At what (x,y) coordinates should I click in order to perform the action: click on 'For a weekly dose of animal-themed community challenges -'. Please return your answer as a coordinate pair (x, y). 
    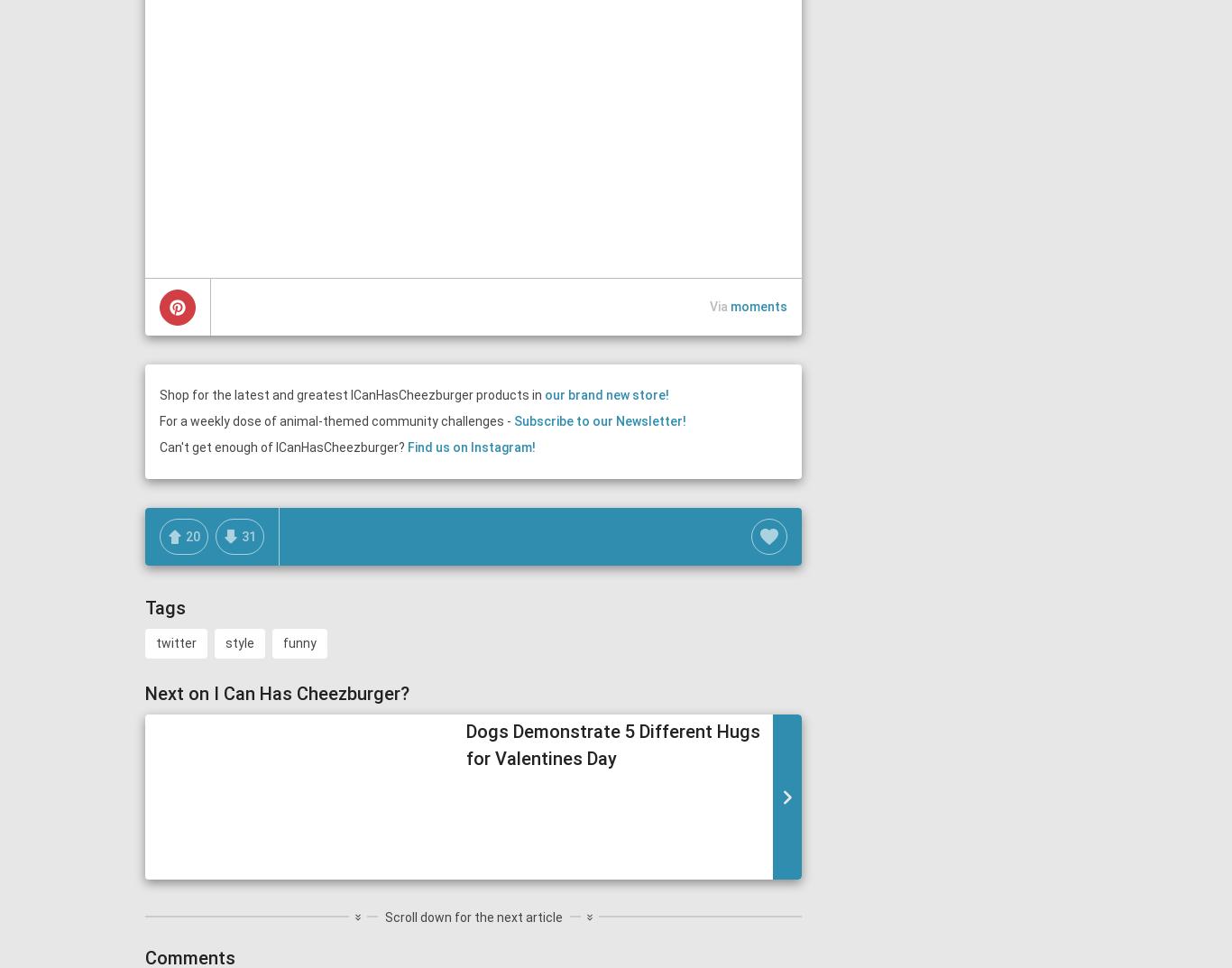
    Looking at the image, I should click on (336, 420).